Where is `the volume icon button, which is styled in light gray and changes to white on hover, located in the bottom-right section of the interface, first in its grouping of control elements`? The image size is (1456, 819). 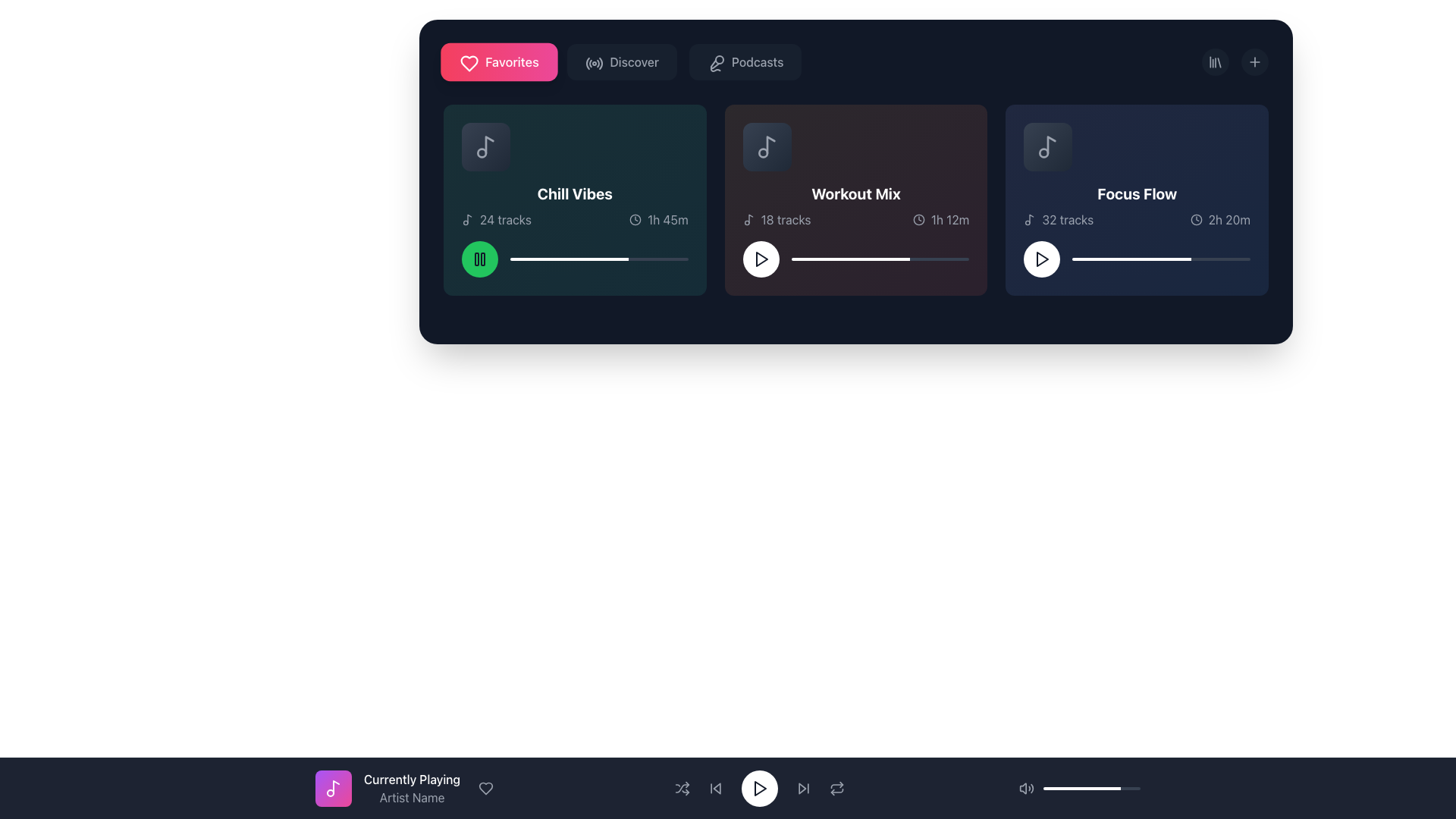
the volume icon button, which is styled in light gray and changes to white on hover, located in the bottom-right section of the interface, first in its grouping of control elements is located at coordinates (1026, 788).